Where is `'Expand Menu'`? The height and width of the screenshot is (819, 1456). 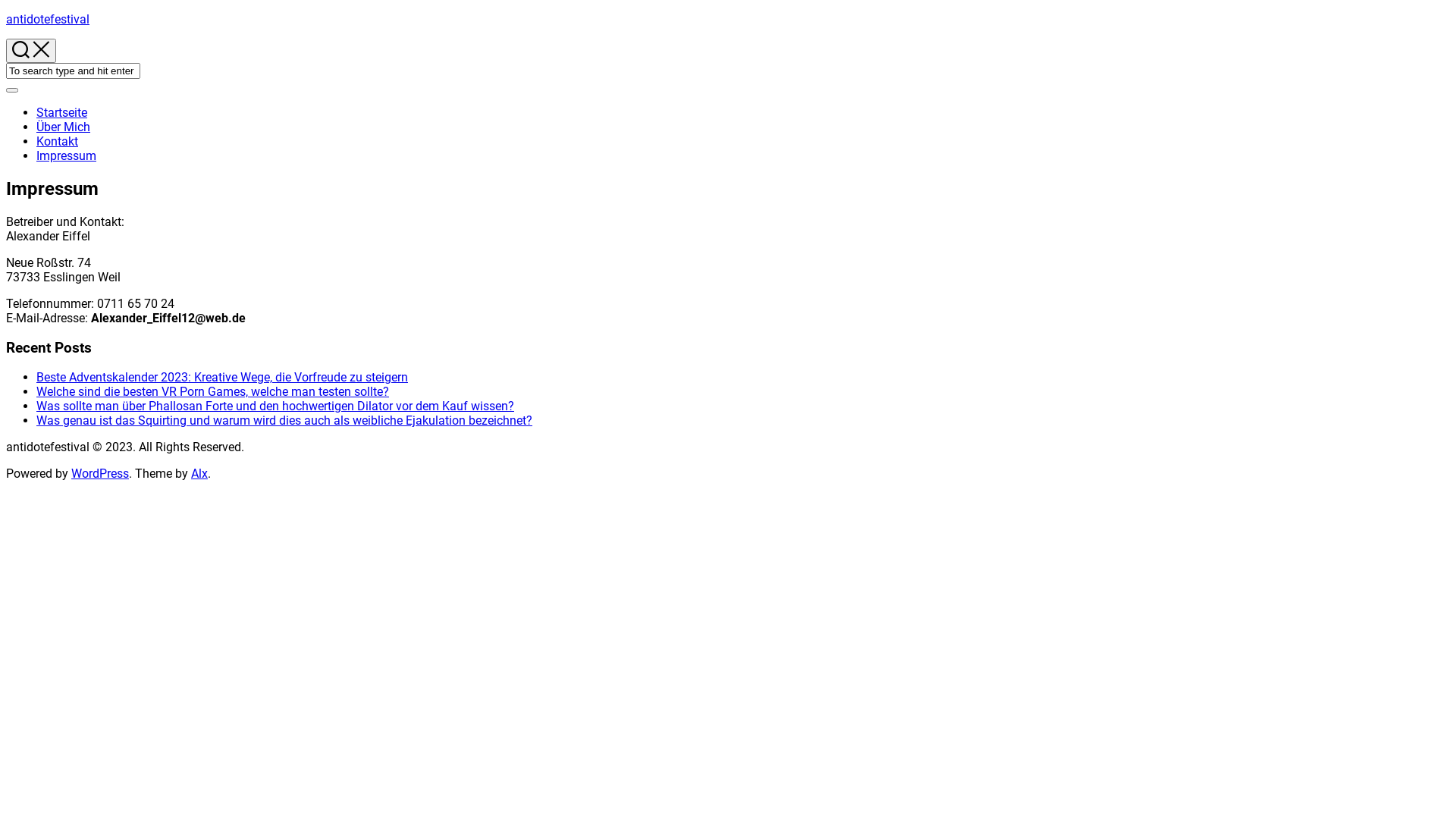
'Expand Menu' is located at coordinates (11, 90).